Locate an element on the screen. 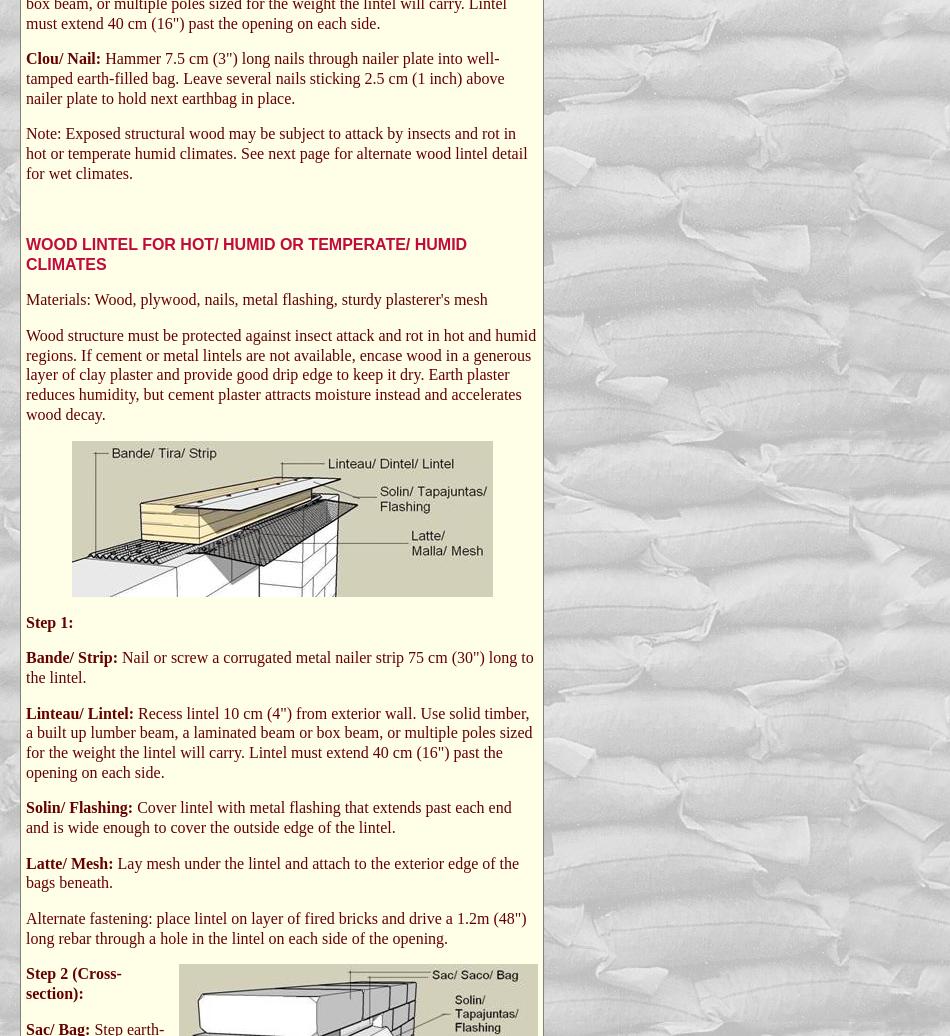 The height and width of the screenshot is (1036, 950). 'Materials: Wood, plywood, nails, metal flashing, sturdy plasterer's mesh' is located at coordinates (255, 299).